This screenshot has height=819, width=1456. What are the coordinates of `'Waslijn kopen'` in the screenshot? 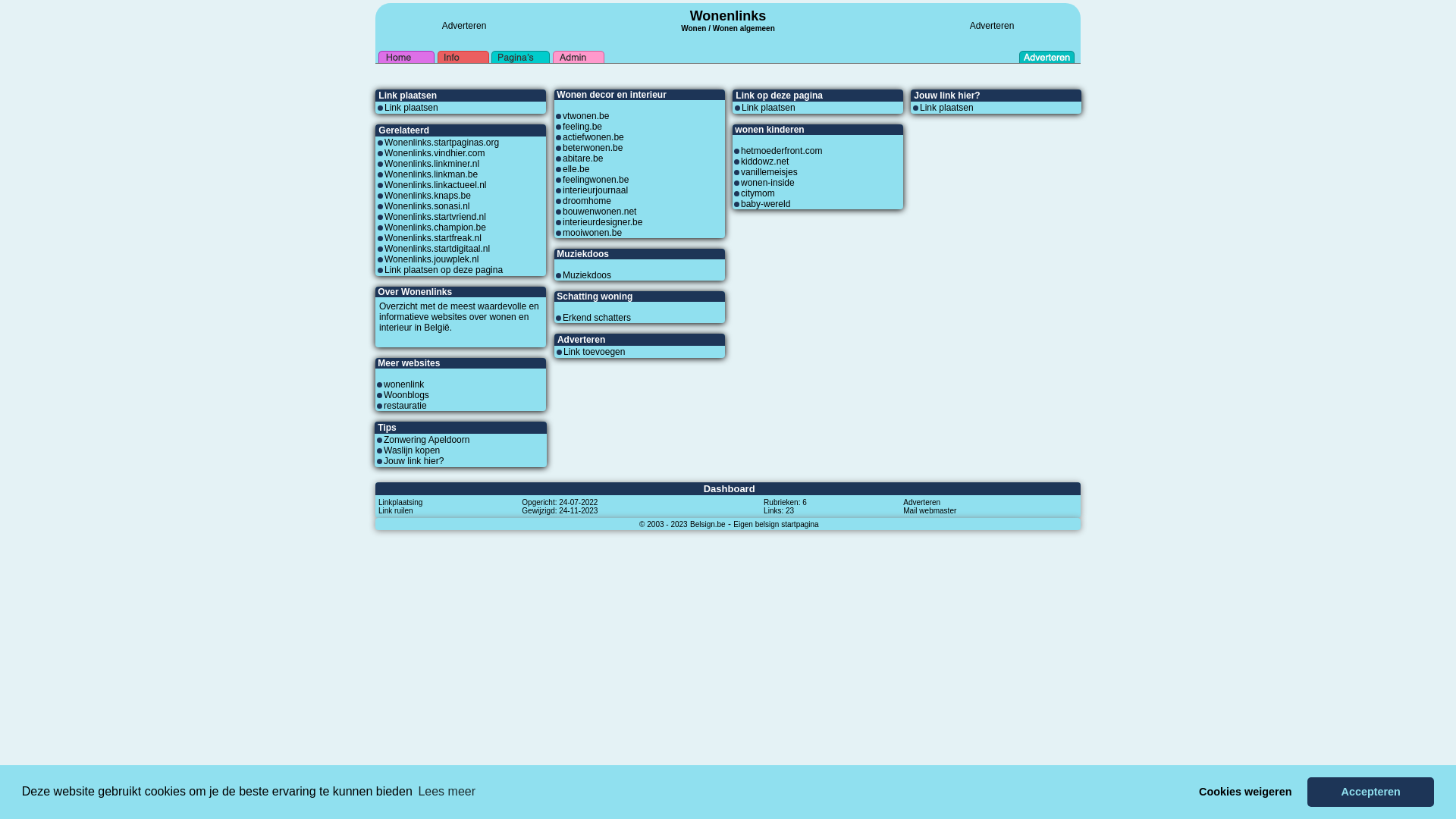 It's located at (411, 450).